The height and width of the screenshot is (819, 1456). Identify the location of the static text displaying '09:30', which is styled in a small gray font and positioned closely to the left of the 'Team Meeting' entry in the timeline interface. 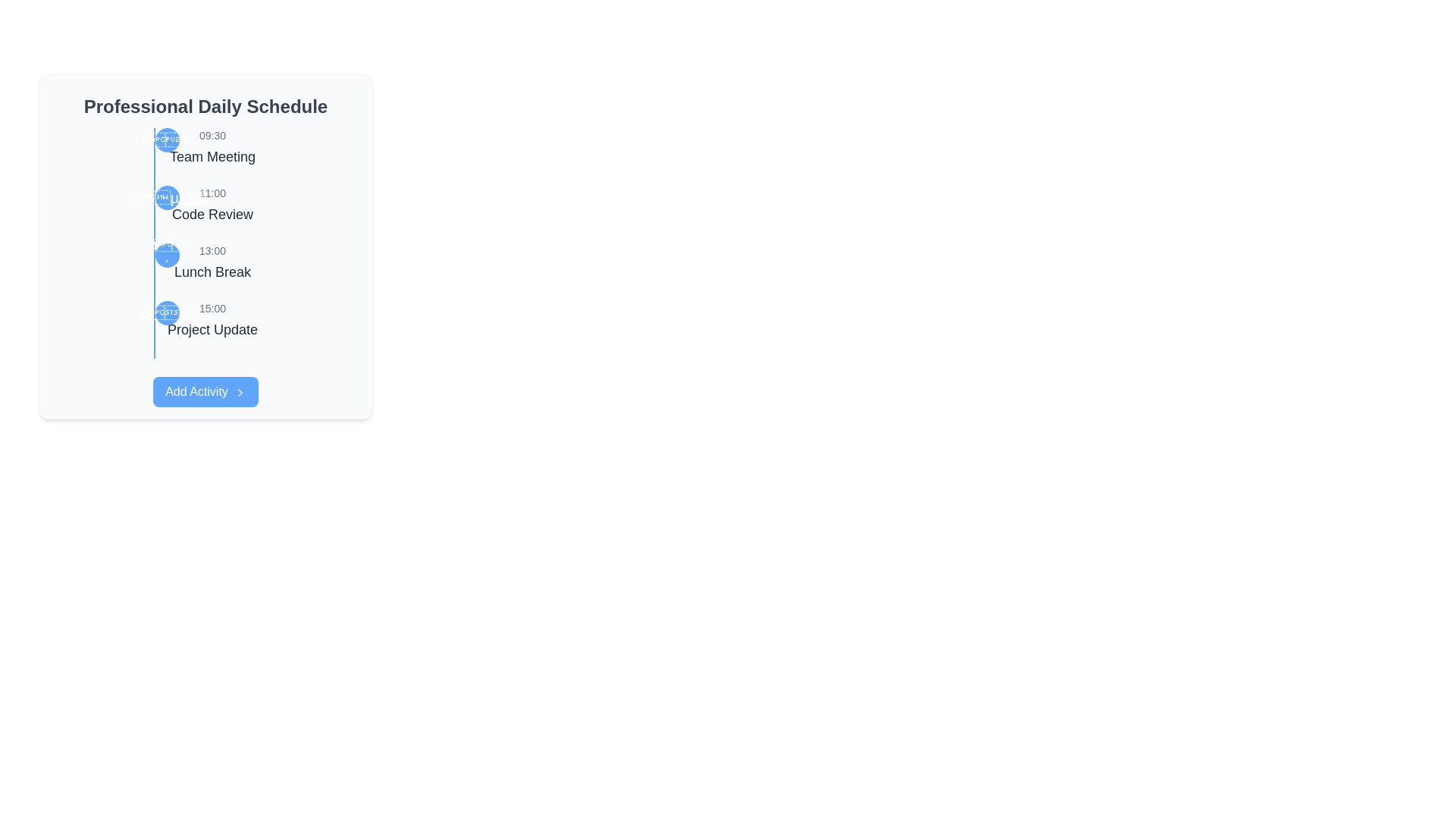
(212, 134).